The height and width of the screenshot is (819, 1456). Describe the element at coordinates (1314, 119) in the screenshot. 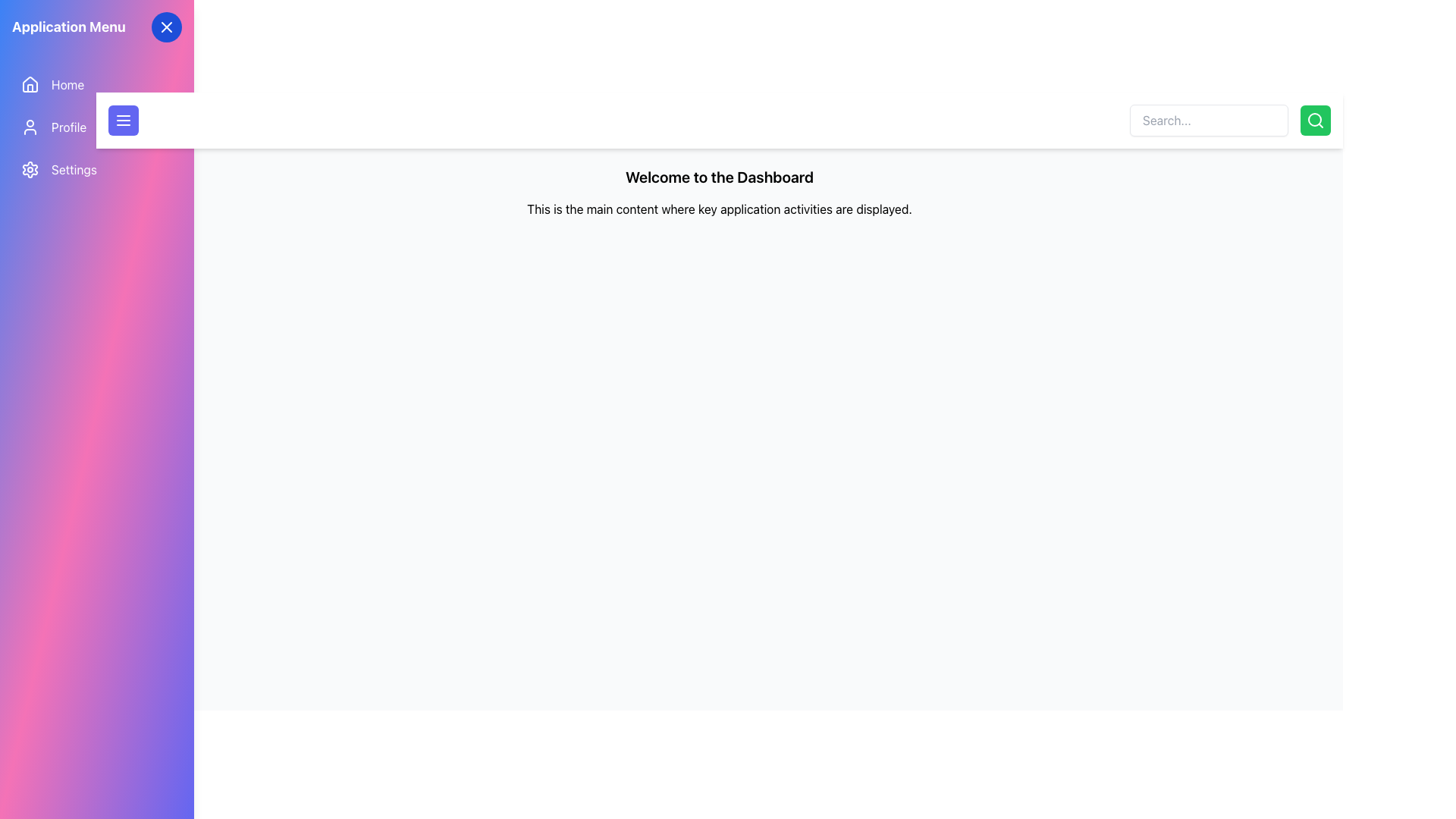

I see `the search icon located at the top-right corner of the interface` at that location.